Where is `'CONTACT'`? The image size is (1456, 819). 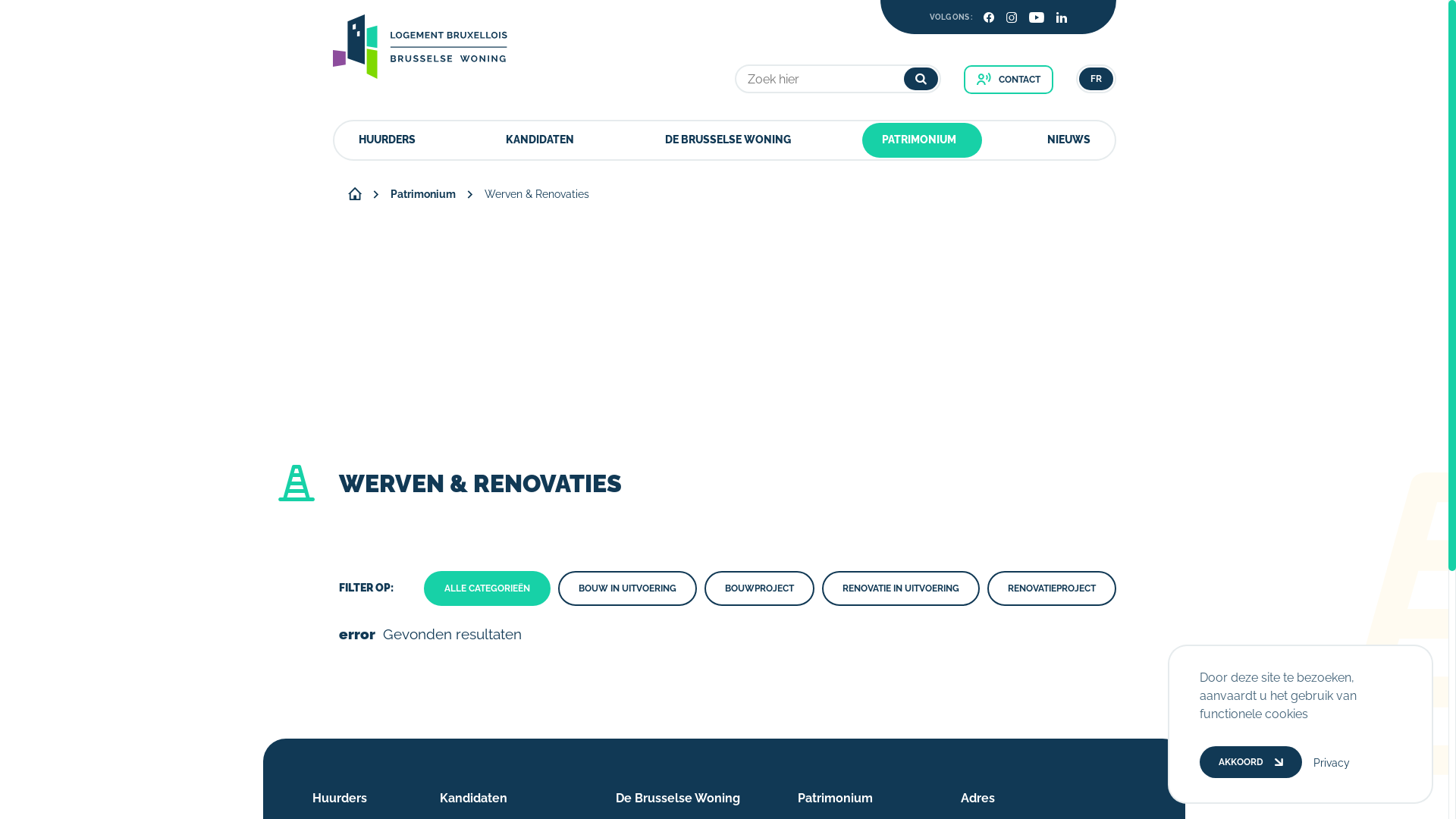 'CONTACT' is located at coordinates (962, 79).